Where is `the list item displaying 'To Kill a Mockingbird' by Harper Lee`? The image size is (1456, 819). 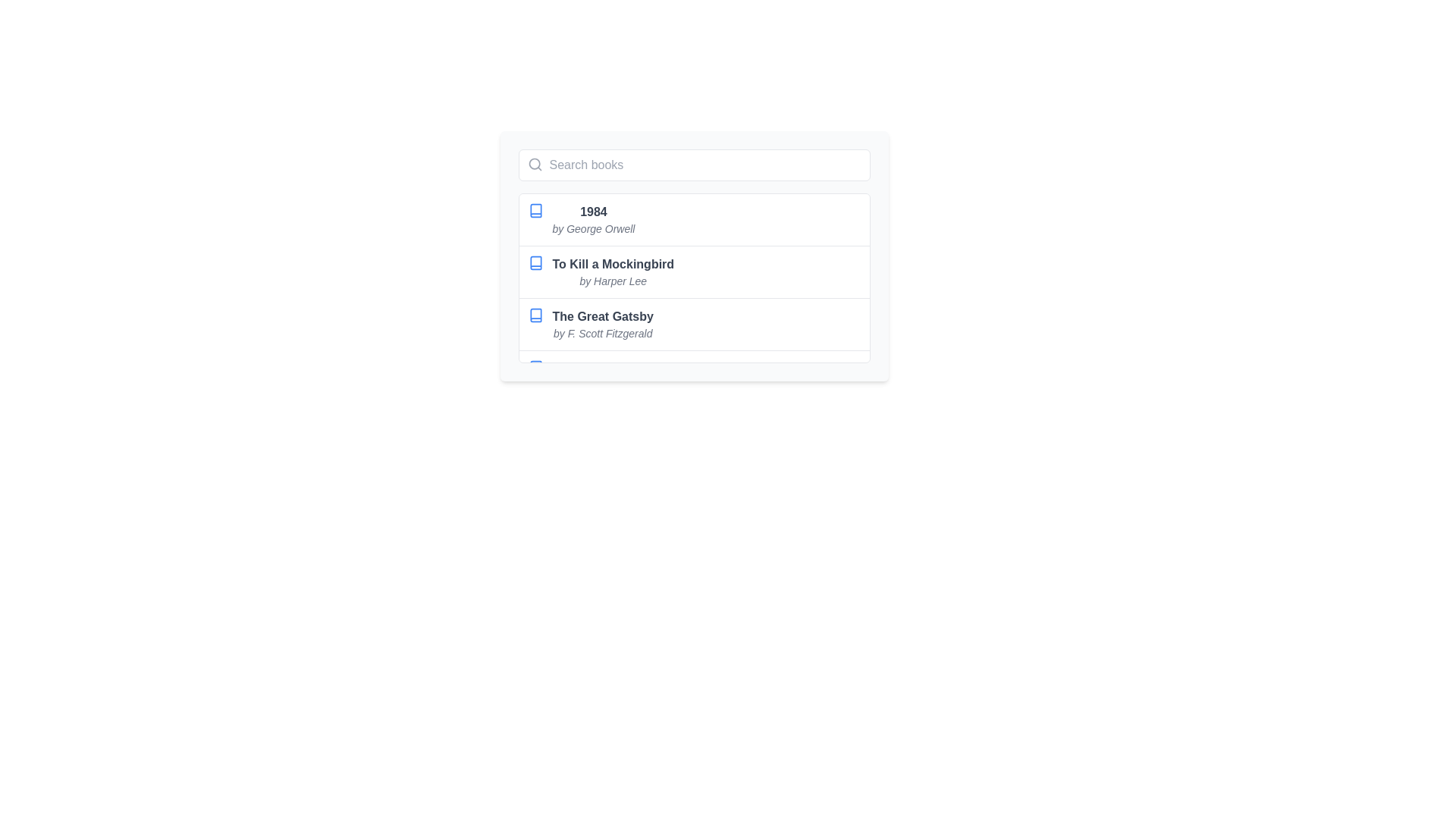
the list item displaying 'To Kill a Mockingbird' by Harper Lee is located at coordinates (613, 271).